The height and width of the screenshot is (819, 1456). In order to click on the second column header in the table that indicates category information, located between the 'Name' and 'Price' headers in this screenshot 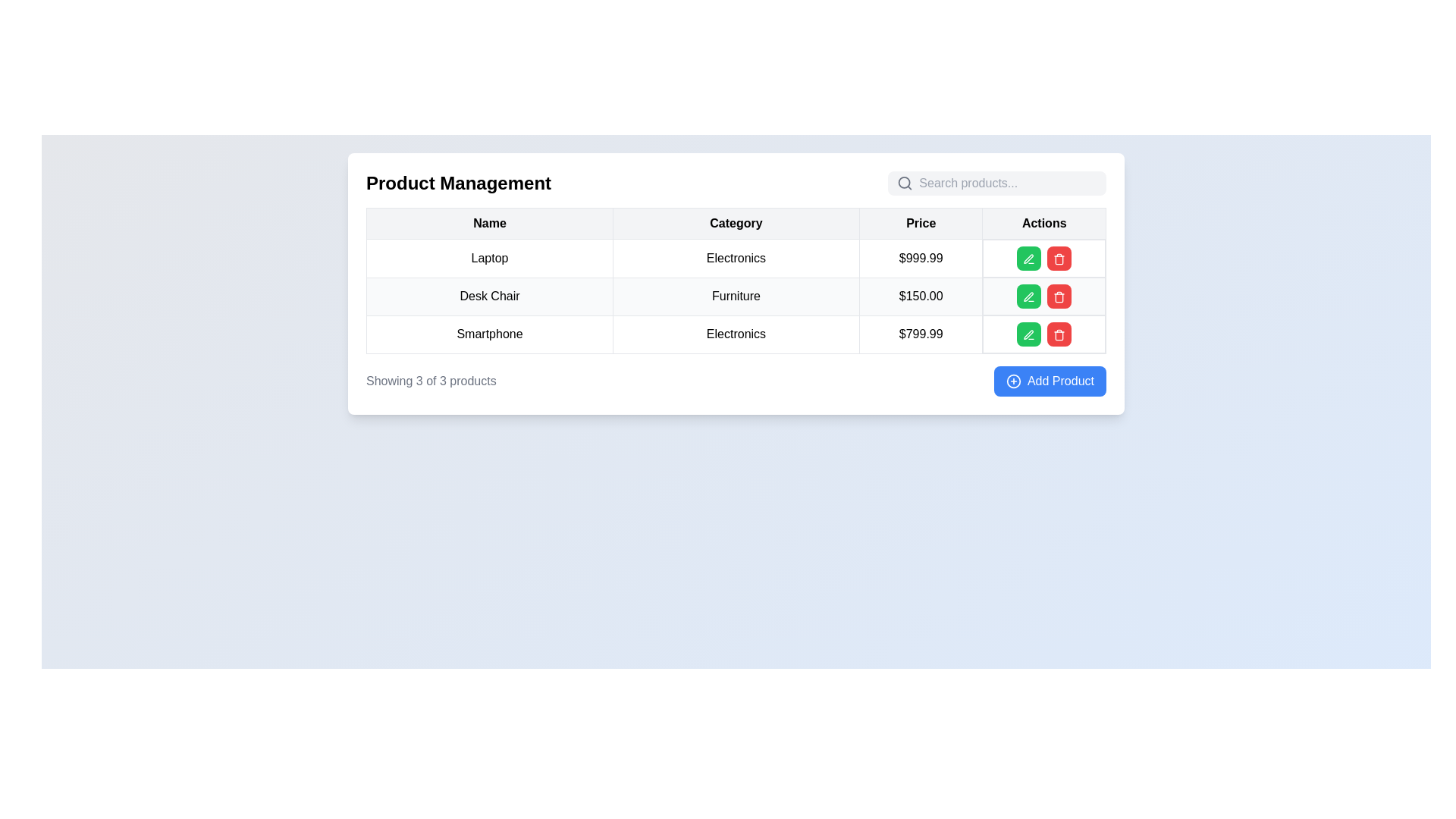, I will do `click(736, 223)`.